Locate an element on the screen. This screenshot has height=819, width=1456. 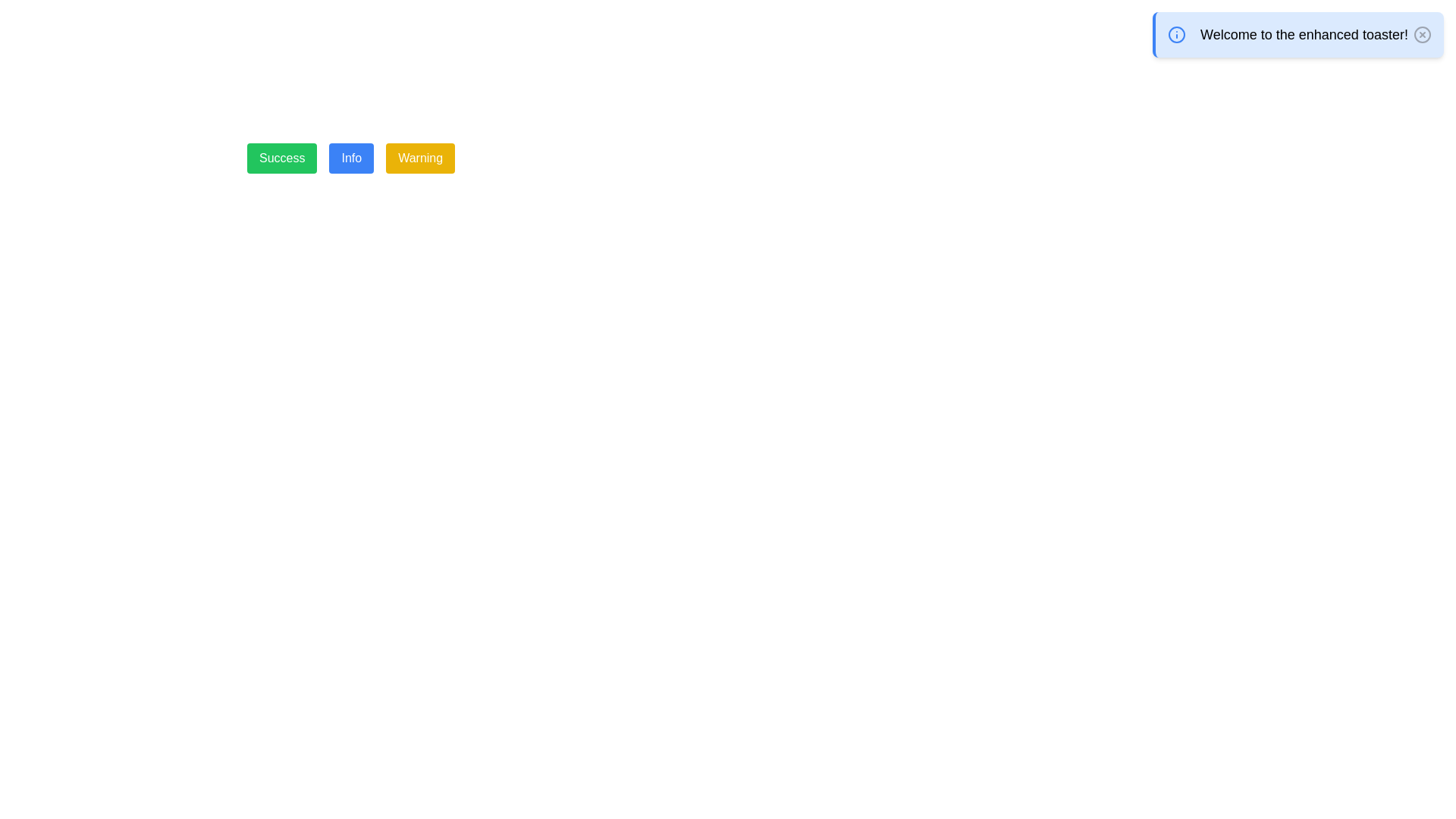
the blue circular informational icon with an 'i' symbol, located in the top right corner of the interface, to the left of the text 'Welcome to the enhanced toaster!' within a light blue notification box is located at coordinates (1175, 34).